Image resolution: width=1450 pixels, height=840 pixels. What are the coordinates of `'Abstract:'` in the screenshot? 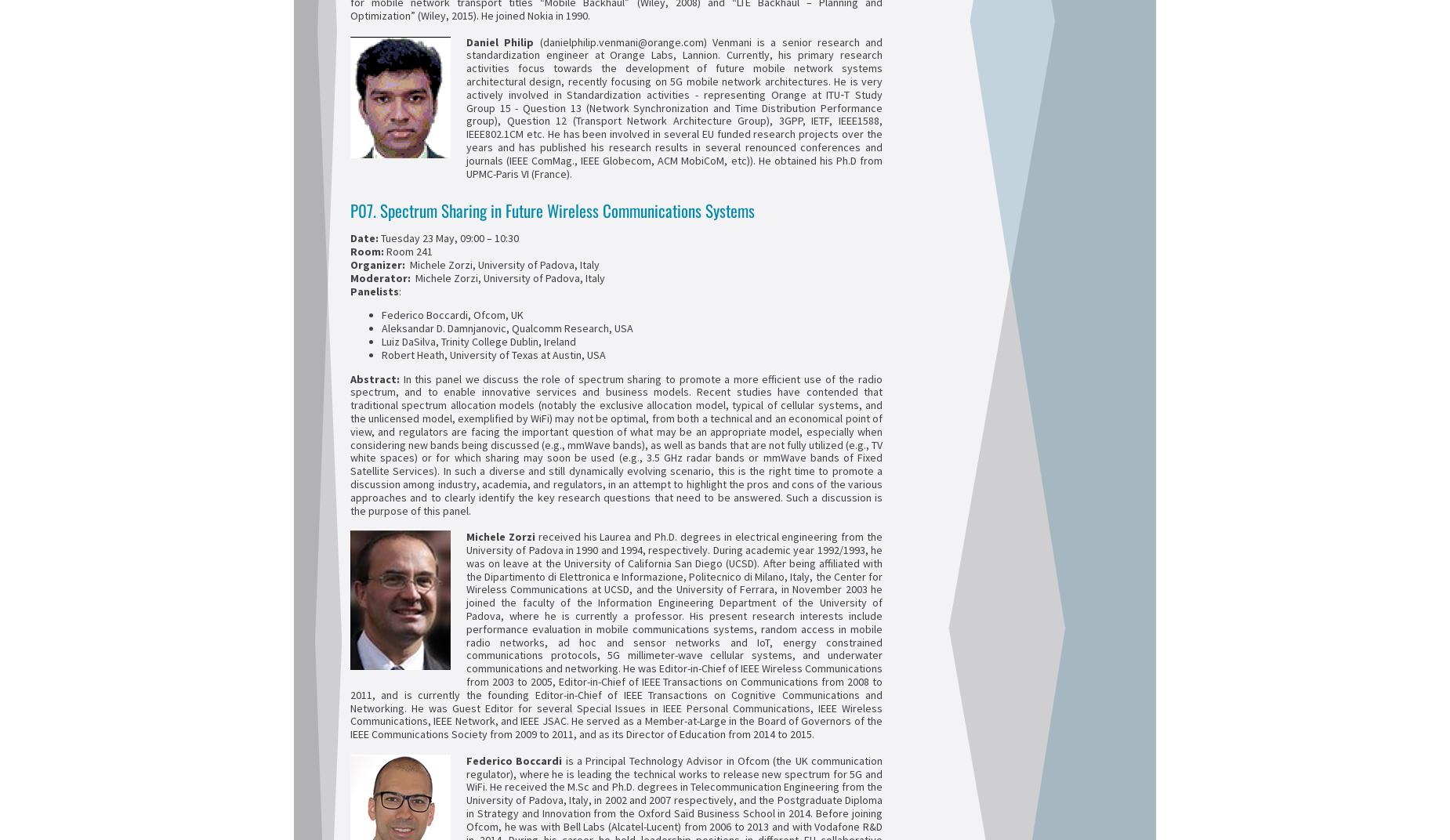 It's located at (375, 378).